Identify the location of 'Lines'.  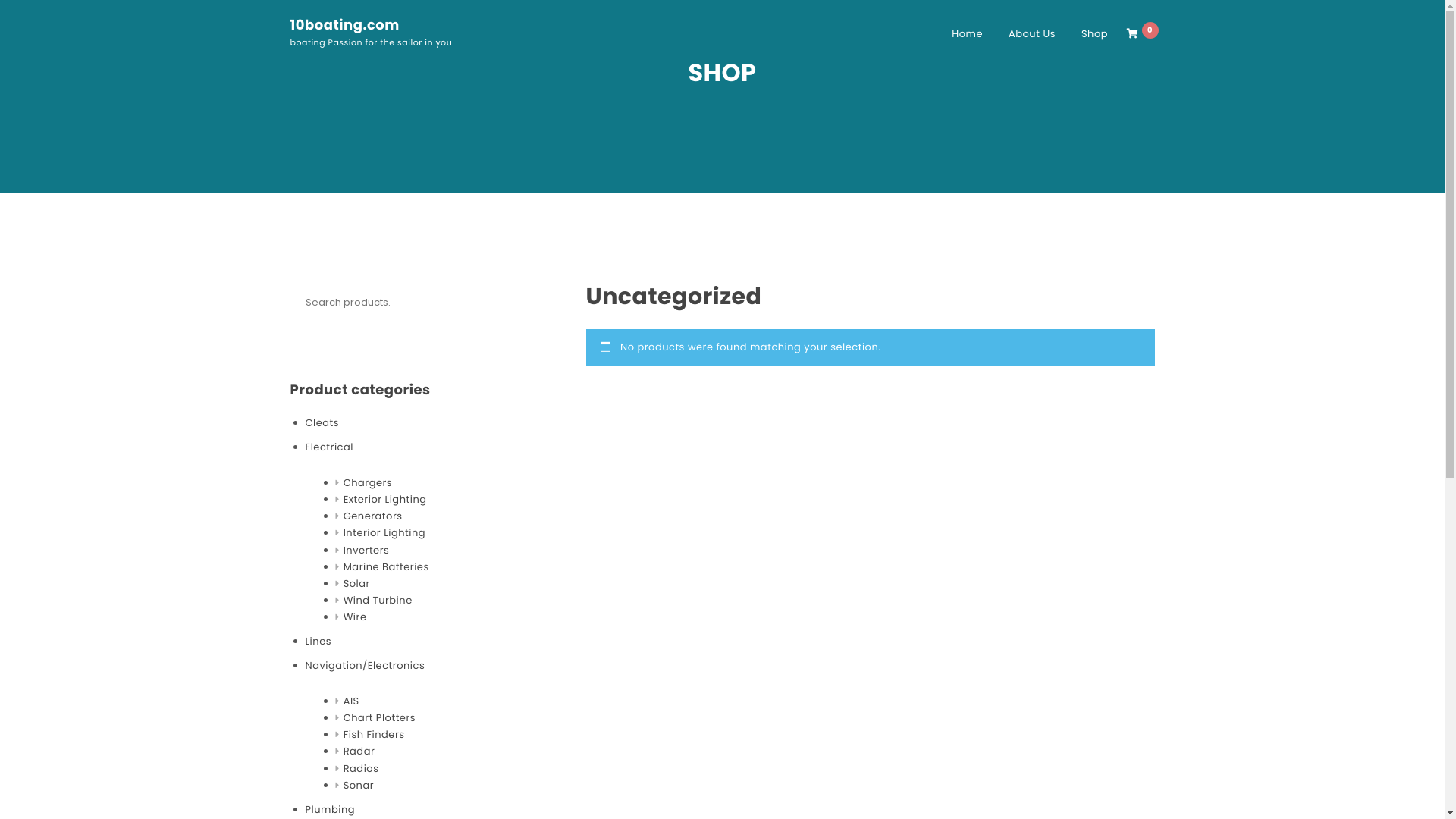
(316, 641).